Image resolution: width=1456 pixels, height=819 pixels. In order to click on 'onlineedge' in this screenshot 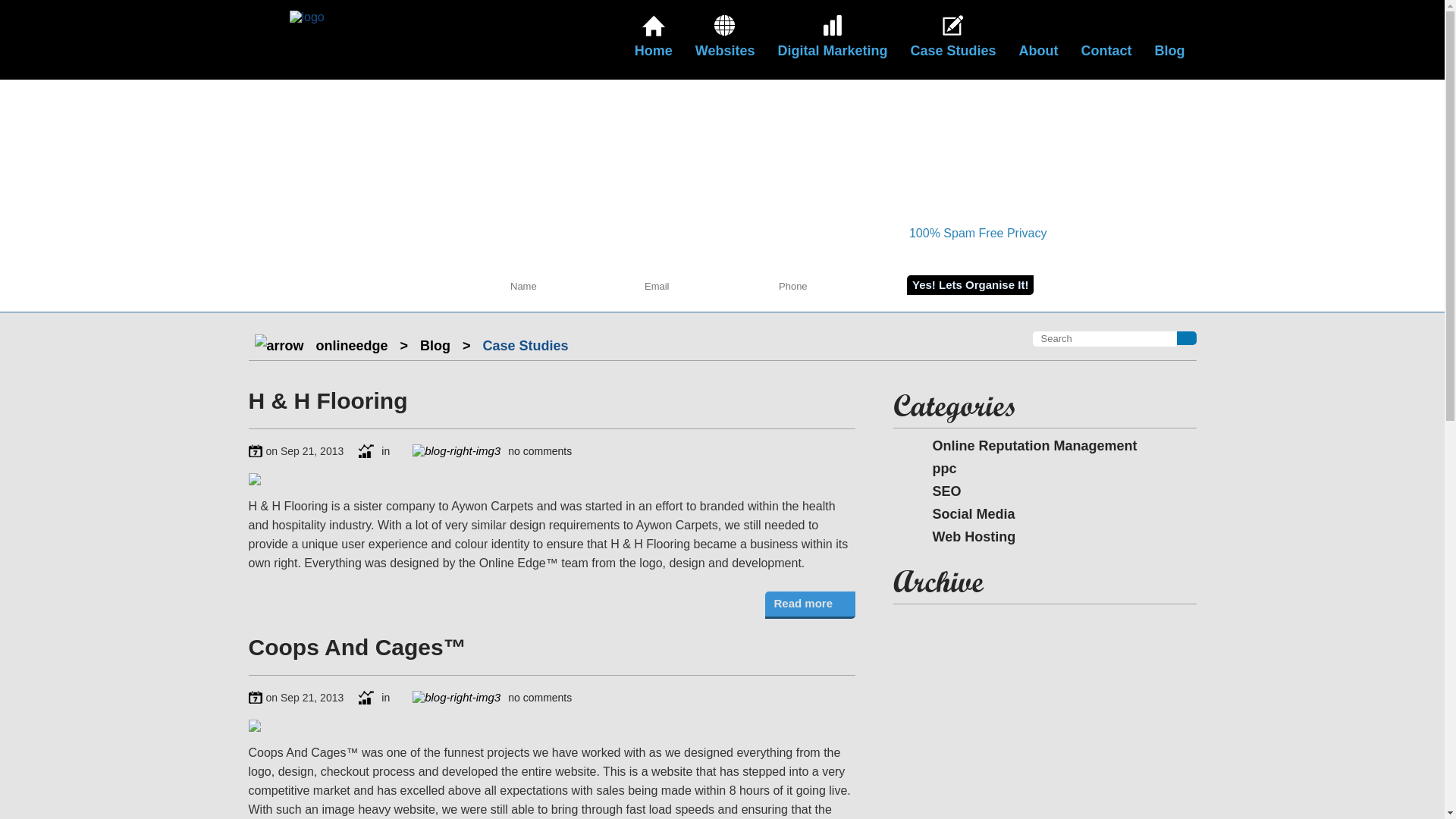, I will do `click(351, 345)`.